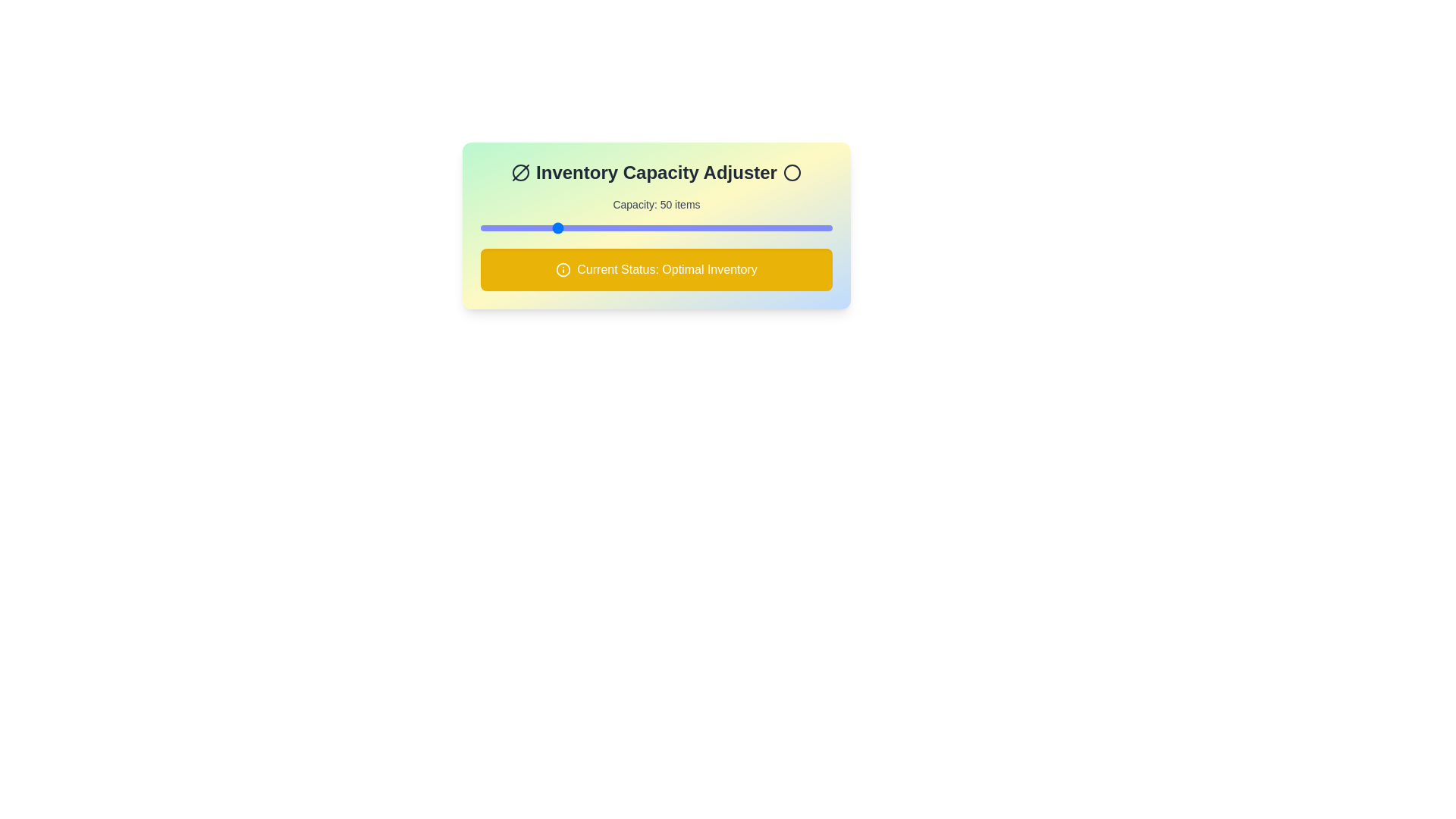 The image size is (1456, 819). Describe the element at coordinates (791, 171) in the screenshot. I see `the Circle icon in the header` at that location.